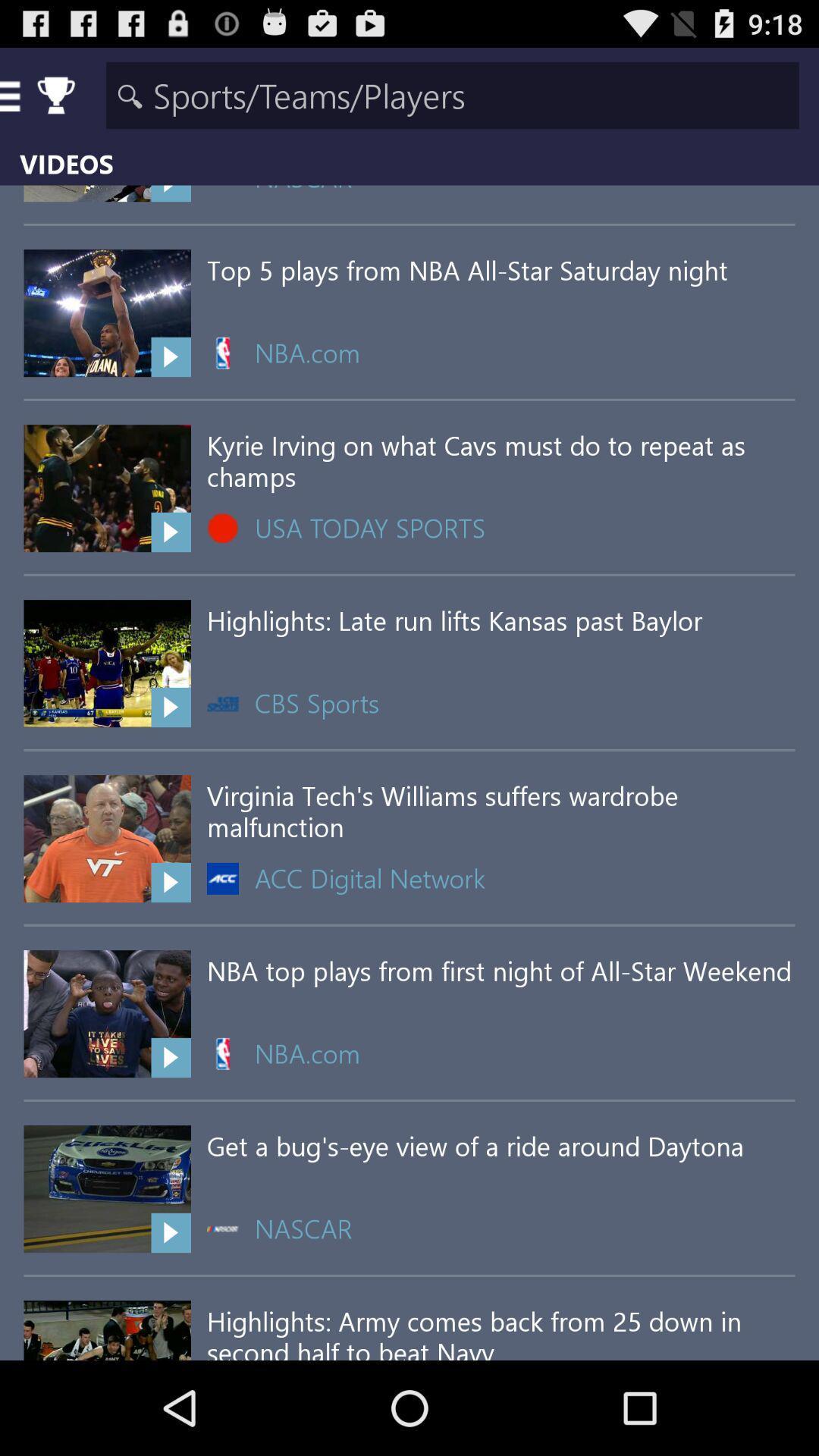  Describe the element at coordinates (452, 94) in the screenshot. I see `item above the videos item` at that location.